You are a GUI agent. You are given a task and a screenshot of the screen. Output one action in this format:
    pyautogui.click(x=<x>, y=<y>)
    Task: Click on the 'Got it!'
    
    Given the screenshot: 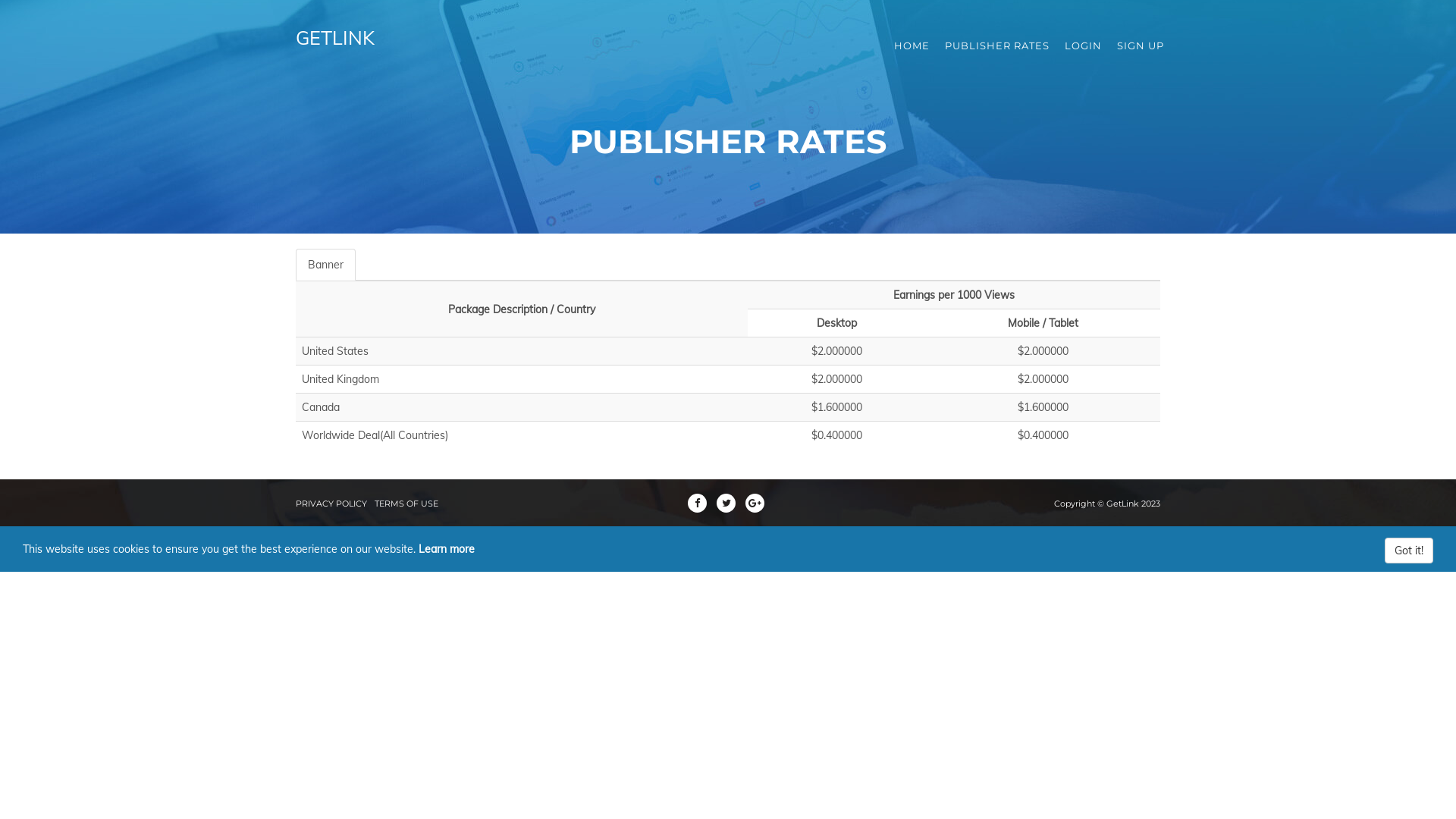 What is the action you would take?
    pyautogui.click(x=1407, y=550)
    